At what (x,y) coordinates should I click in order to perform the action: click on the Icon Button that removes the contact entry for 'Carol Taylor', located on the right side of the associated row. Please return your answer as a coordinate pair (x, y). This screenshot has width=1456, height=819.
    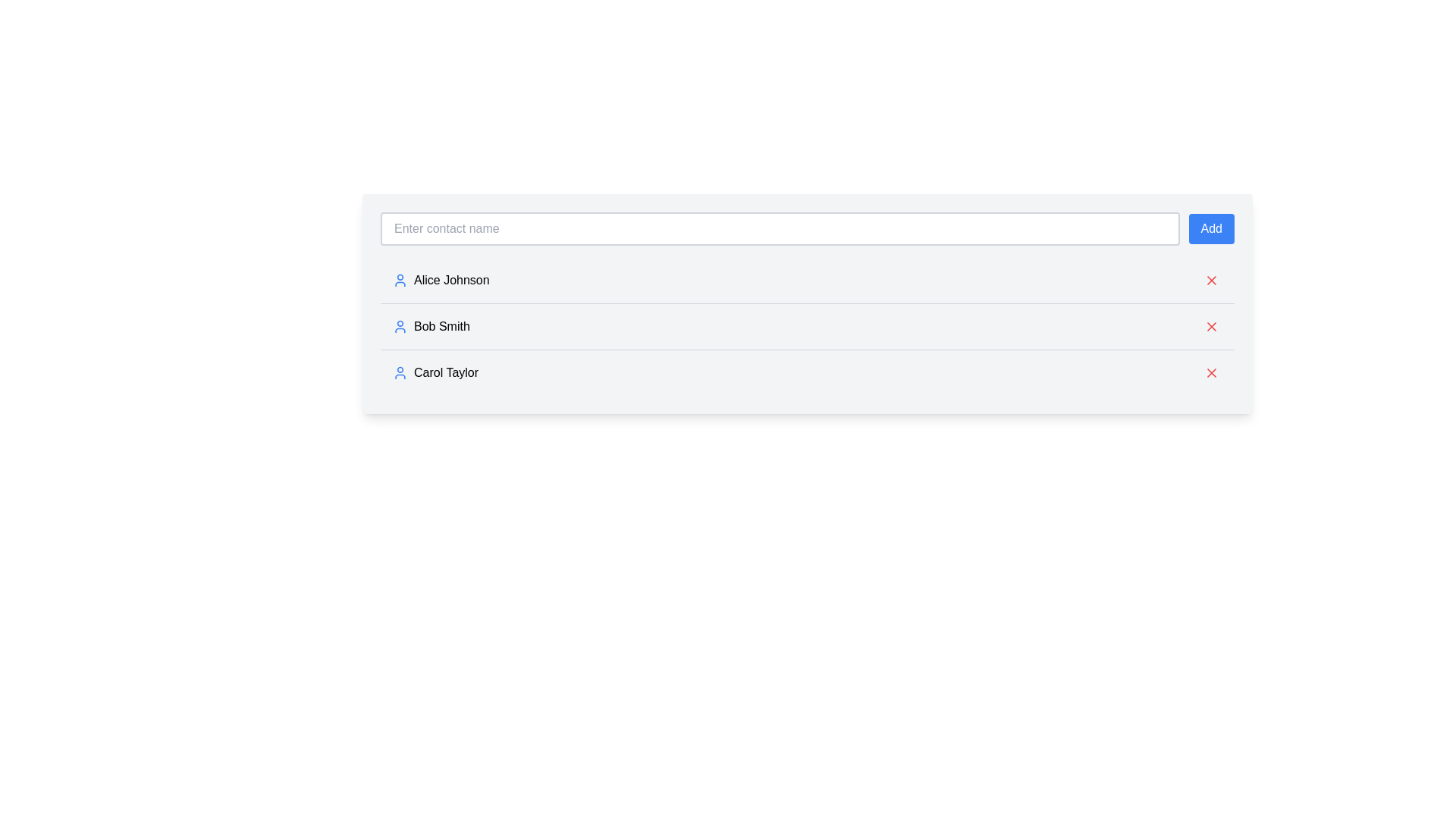
    Looking at the image, I should click on (1211, 326).